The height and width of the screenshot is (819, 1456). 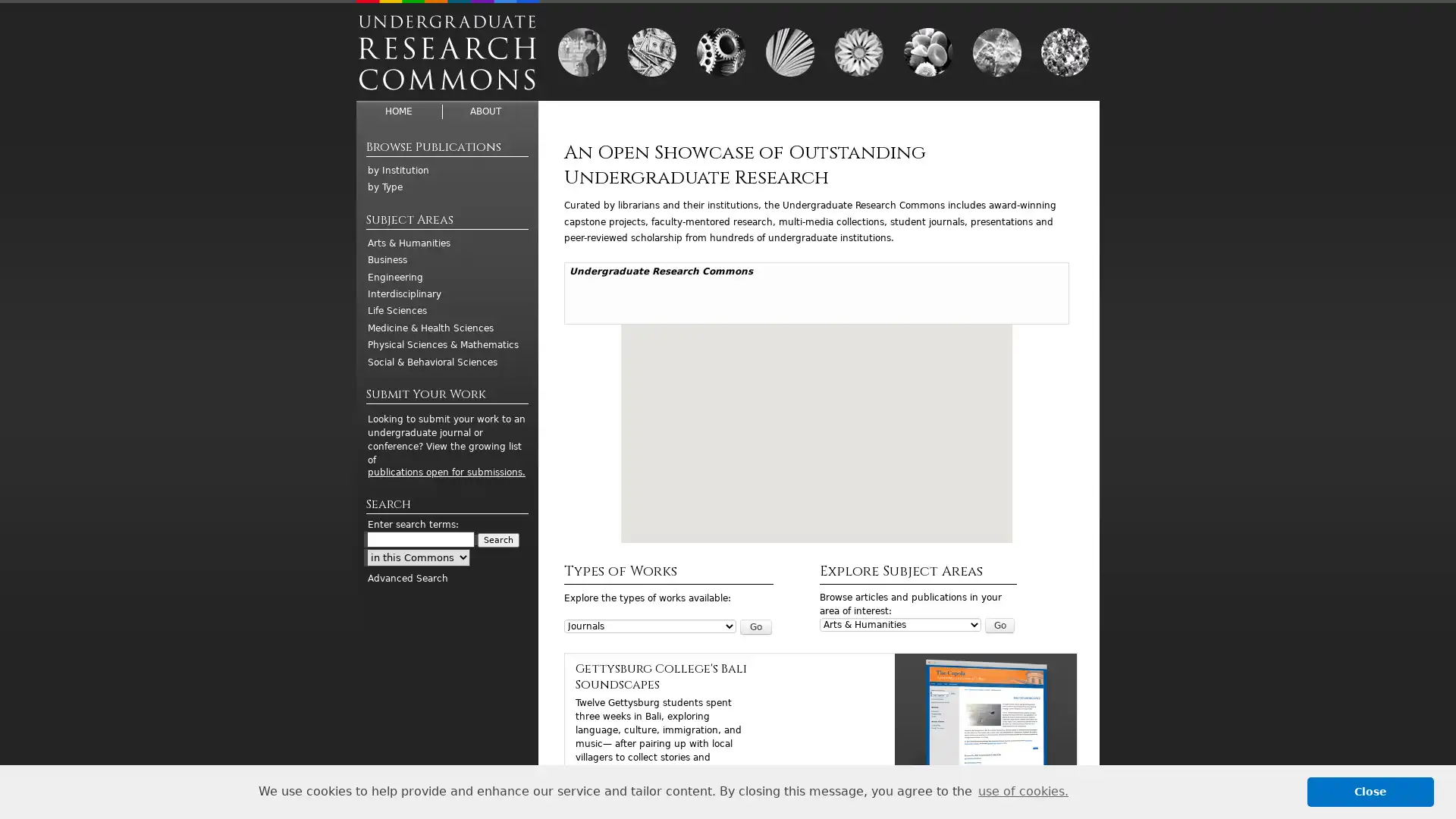 I want to click on learn more about cookies, so click(x=1022, y=791).